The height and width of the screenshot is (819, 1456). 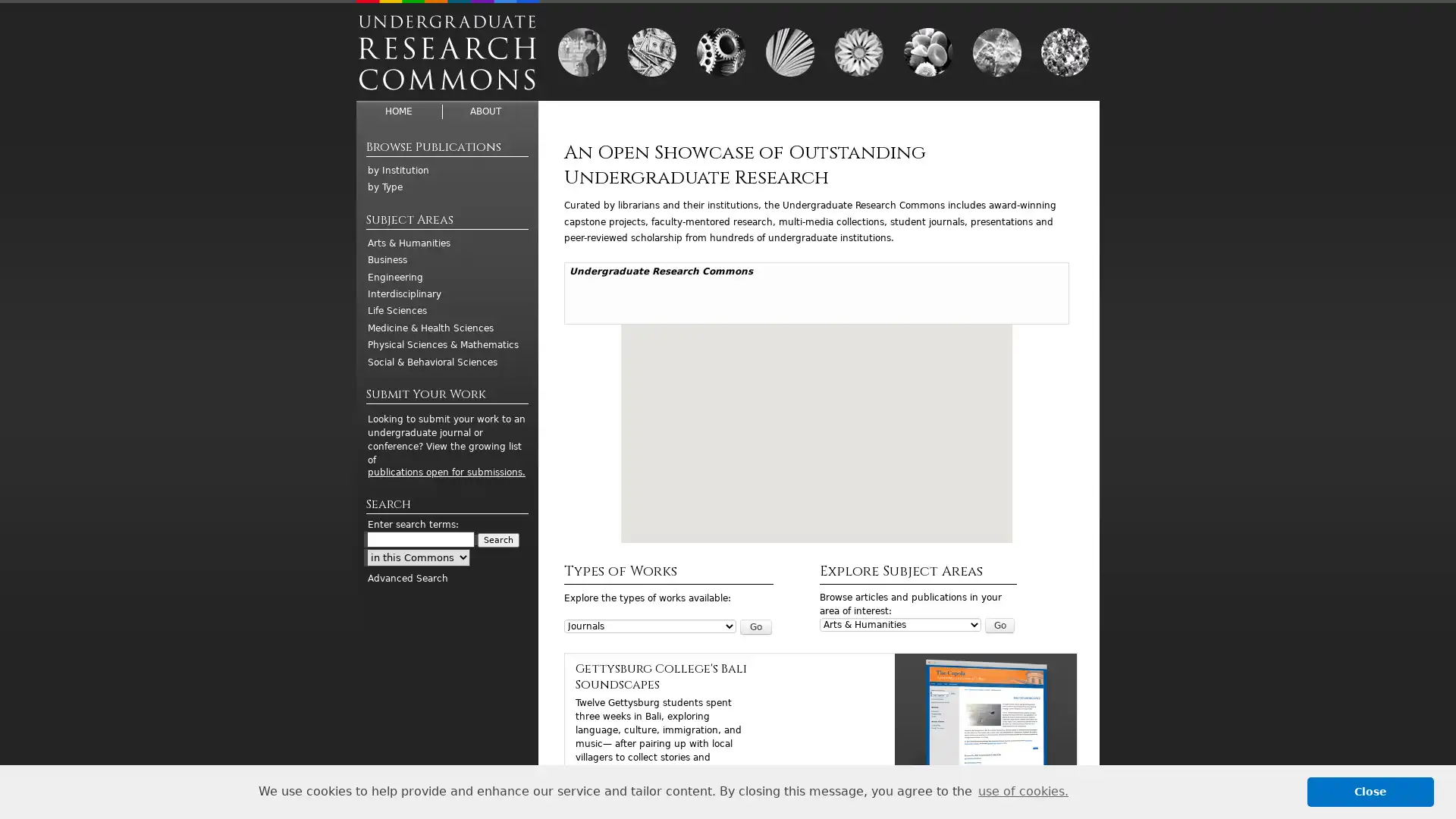 I want to click on learn more about cookies, so click(x=1022, y=791).